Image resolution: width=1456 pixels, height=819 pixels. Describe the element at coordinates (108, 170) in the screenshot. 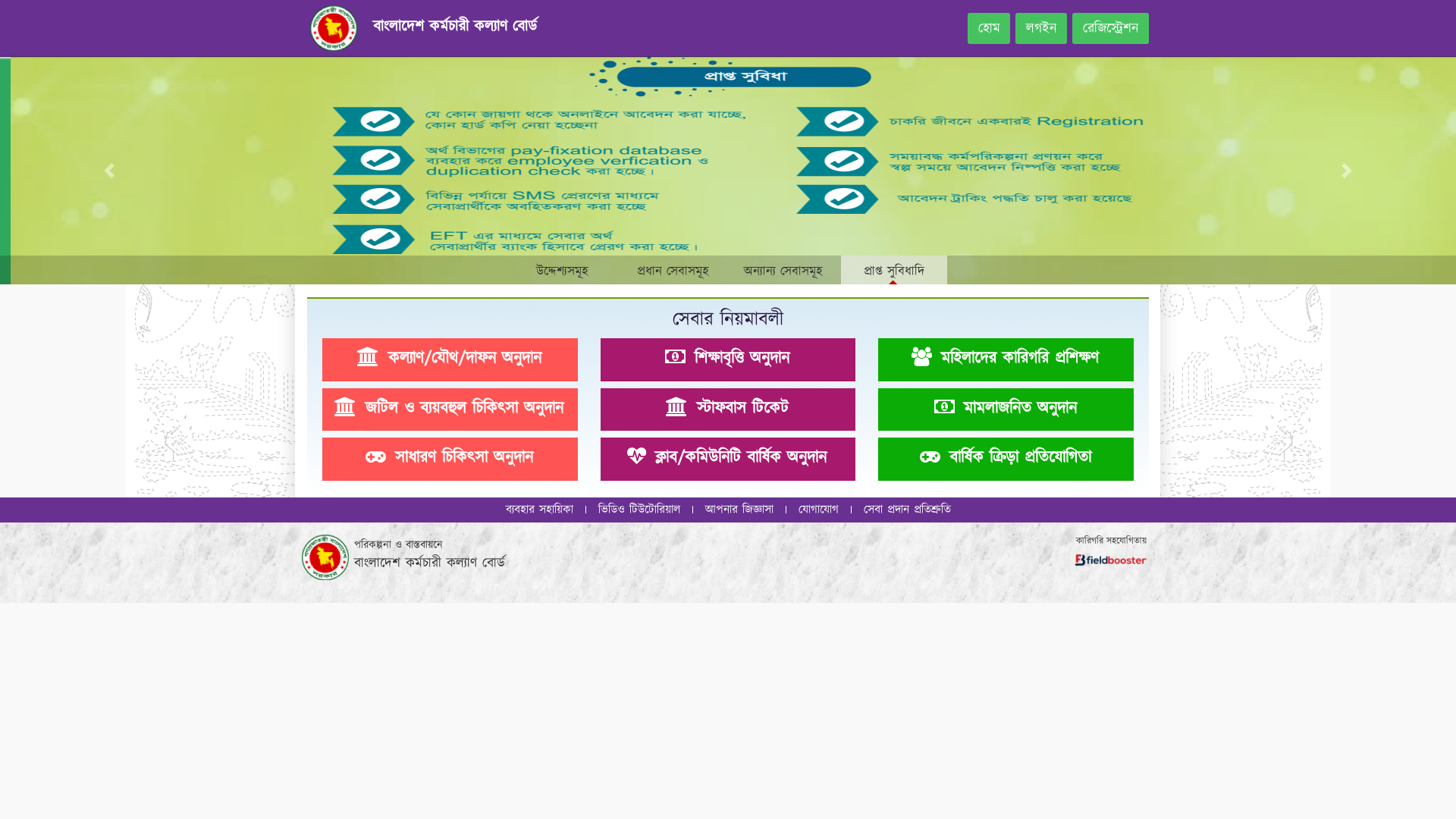

I see `'Previous'` at that location.